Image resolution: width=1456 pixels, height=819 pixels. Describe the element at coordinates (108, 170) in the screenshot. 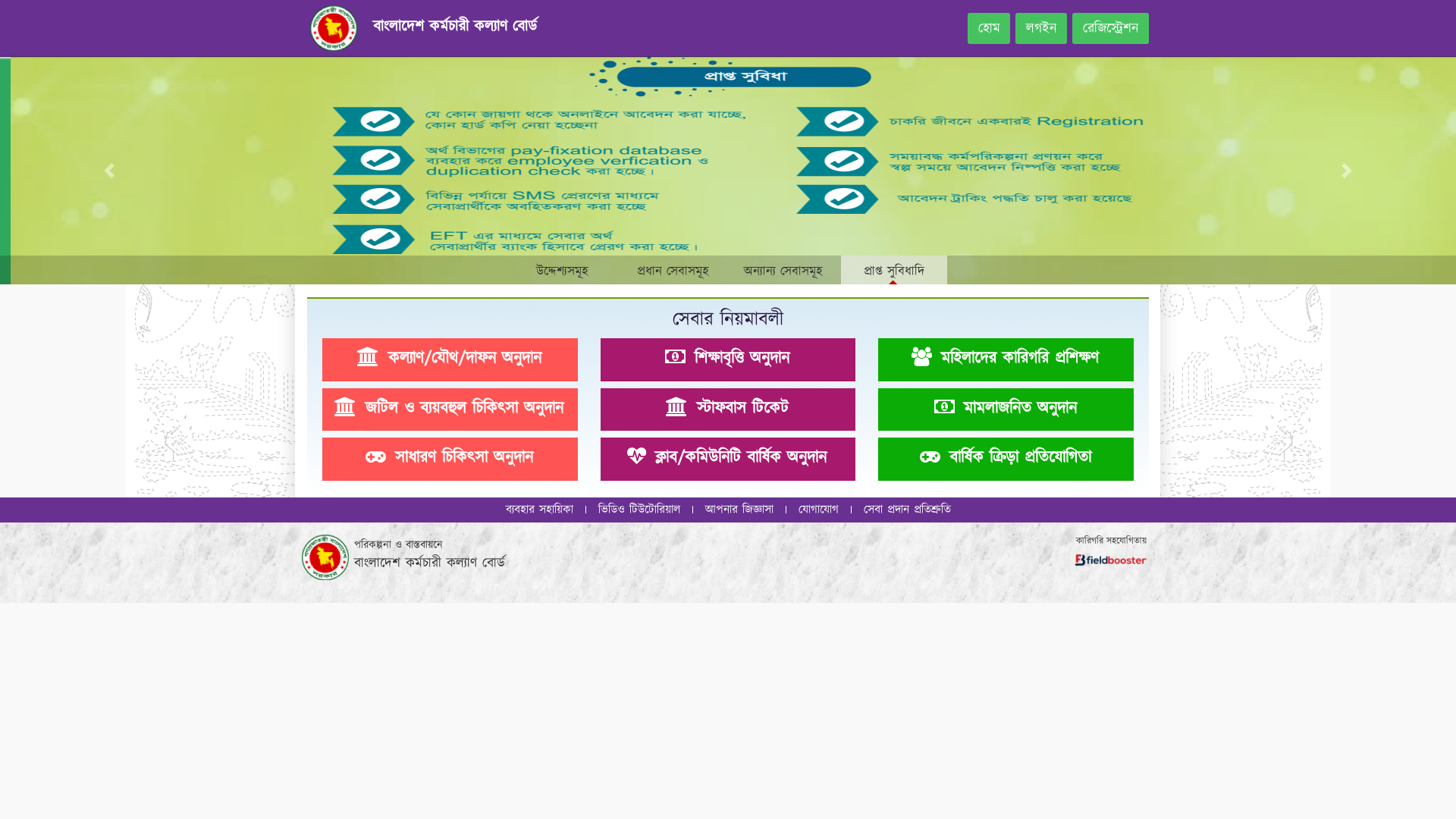

I see `'Previous'` at that location.